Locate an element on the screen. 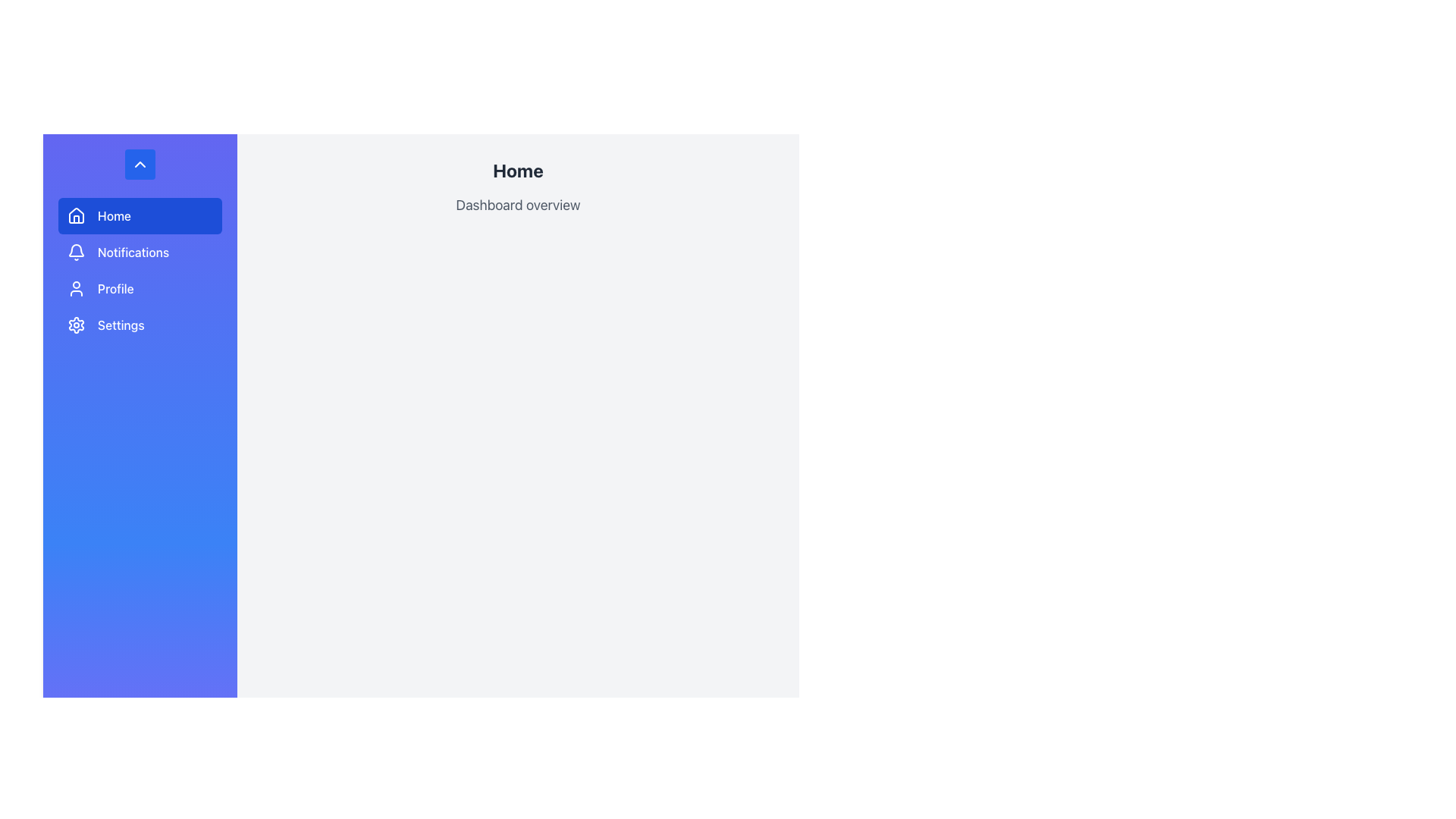 The height and width of the screenshot is (819, 1456). the bell icon in the navigation menu, which is located to the left of the 'Notifications' text is located at coordinates (75, 251).